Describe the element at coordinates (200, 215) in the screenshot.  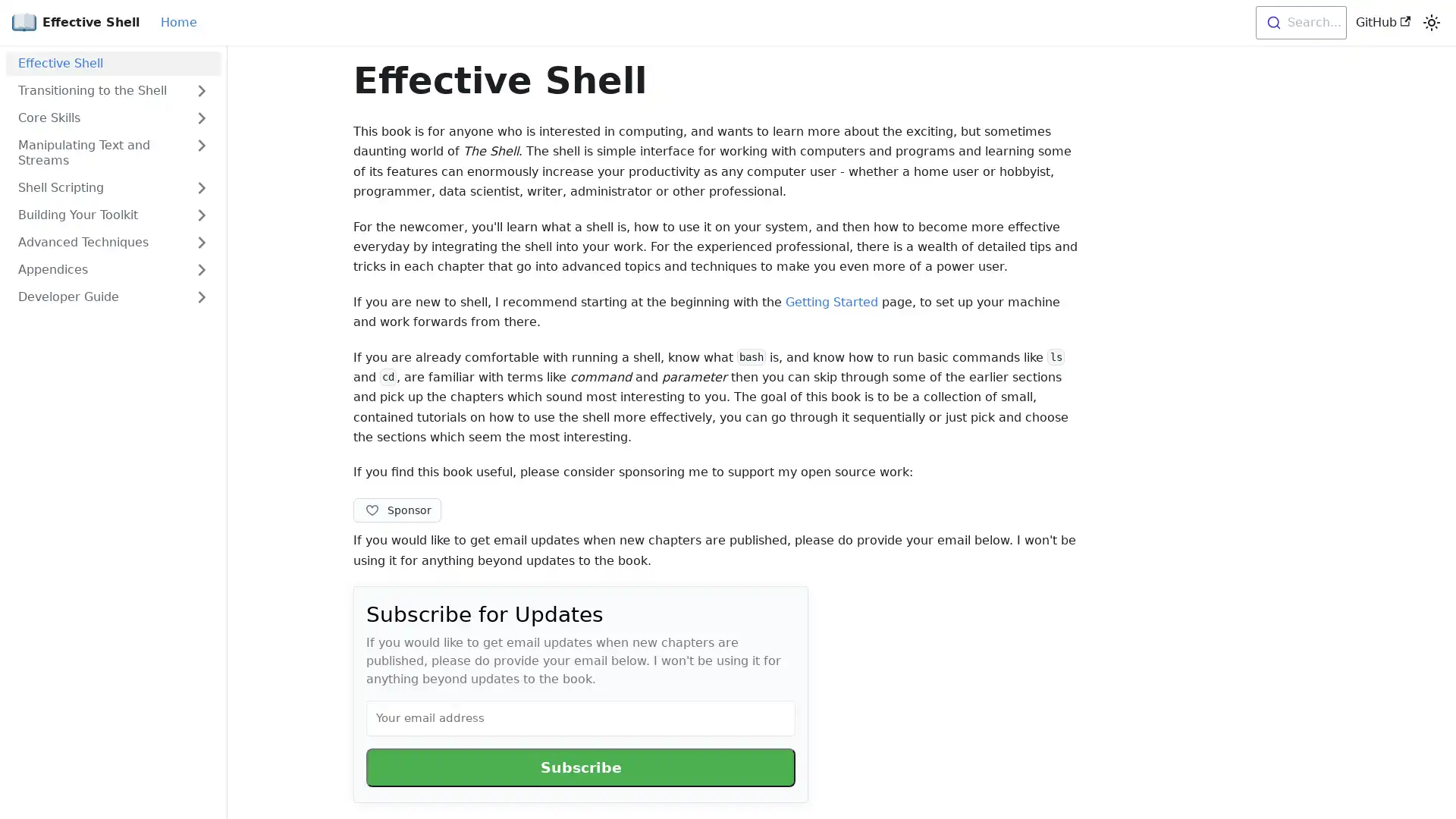
I see `Toggle the collapsible sidebar category 'Building Your Toolkit'` at that location.